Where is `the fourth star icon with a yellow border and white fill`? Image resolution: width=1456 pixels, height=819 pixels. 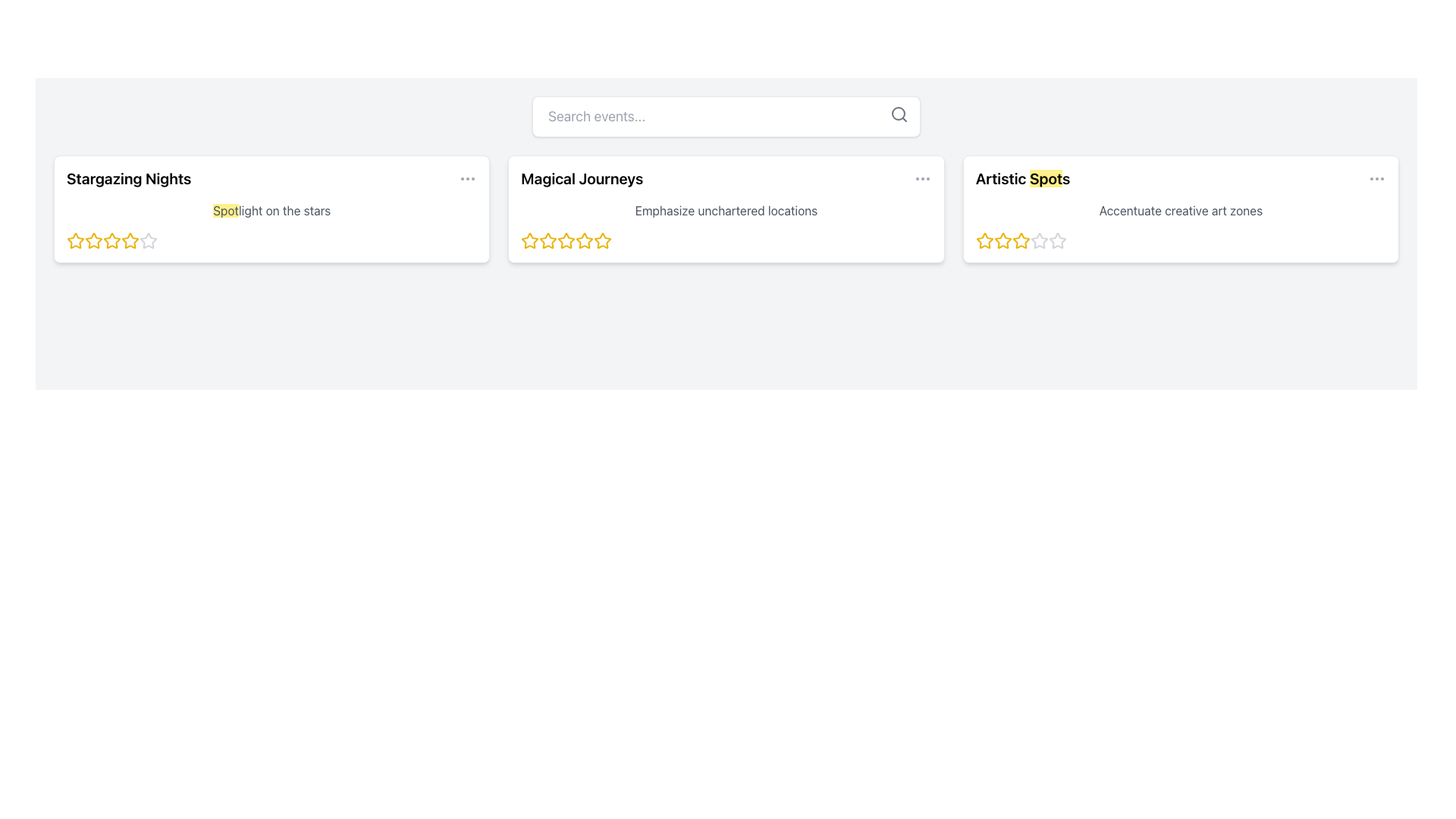 the fourth star icon with a yellow border and white fill is located at coordinates (1021, 240).